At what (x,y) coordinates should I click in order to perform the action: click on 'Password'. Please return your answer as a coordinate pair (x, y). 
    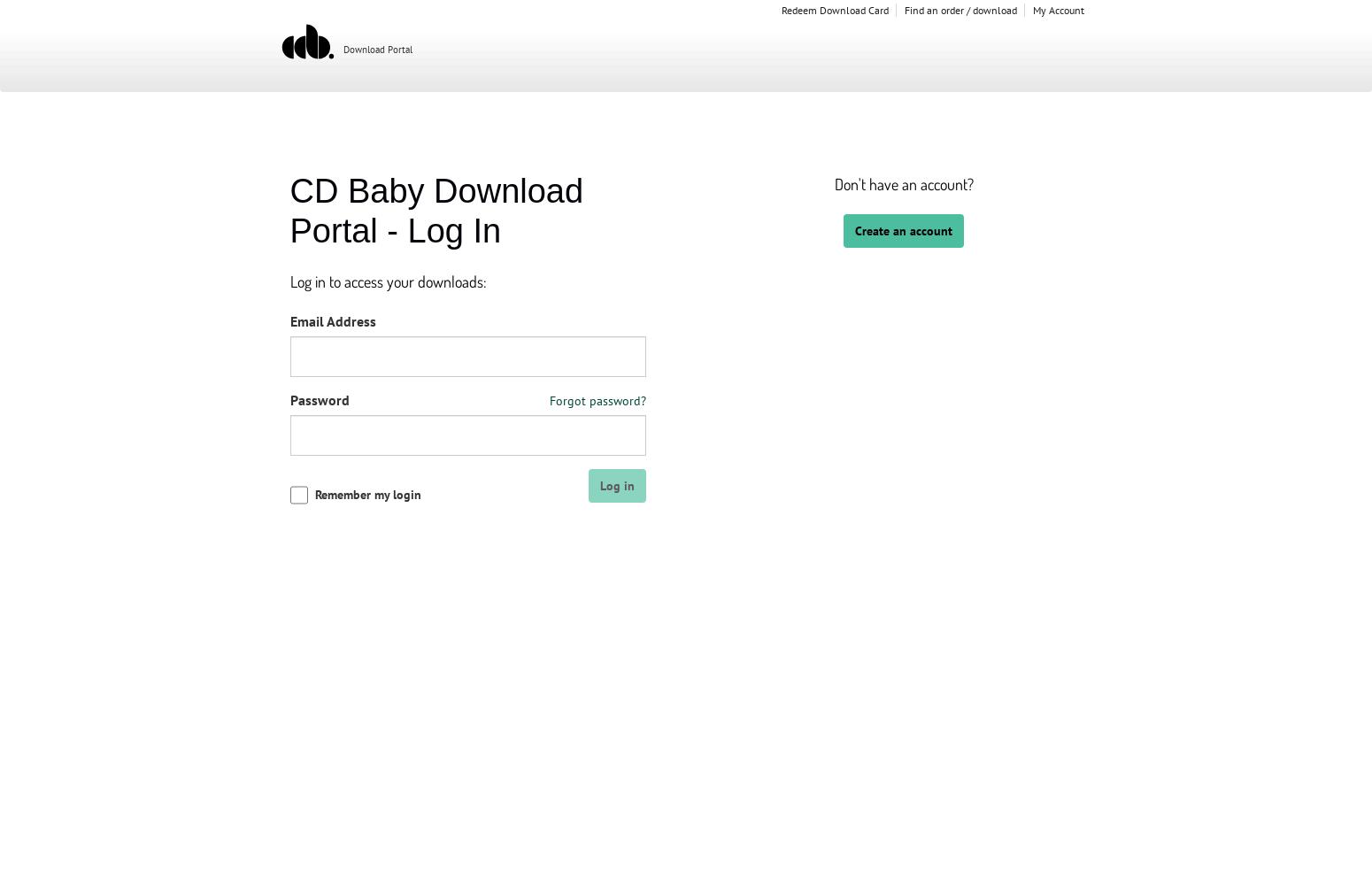
    Looking at the image, I should click on (318, 398).